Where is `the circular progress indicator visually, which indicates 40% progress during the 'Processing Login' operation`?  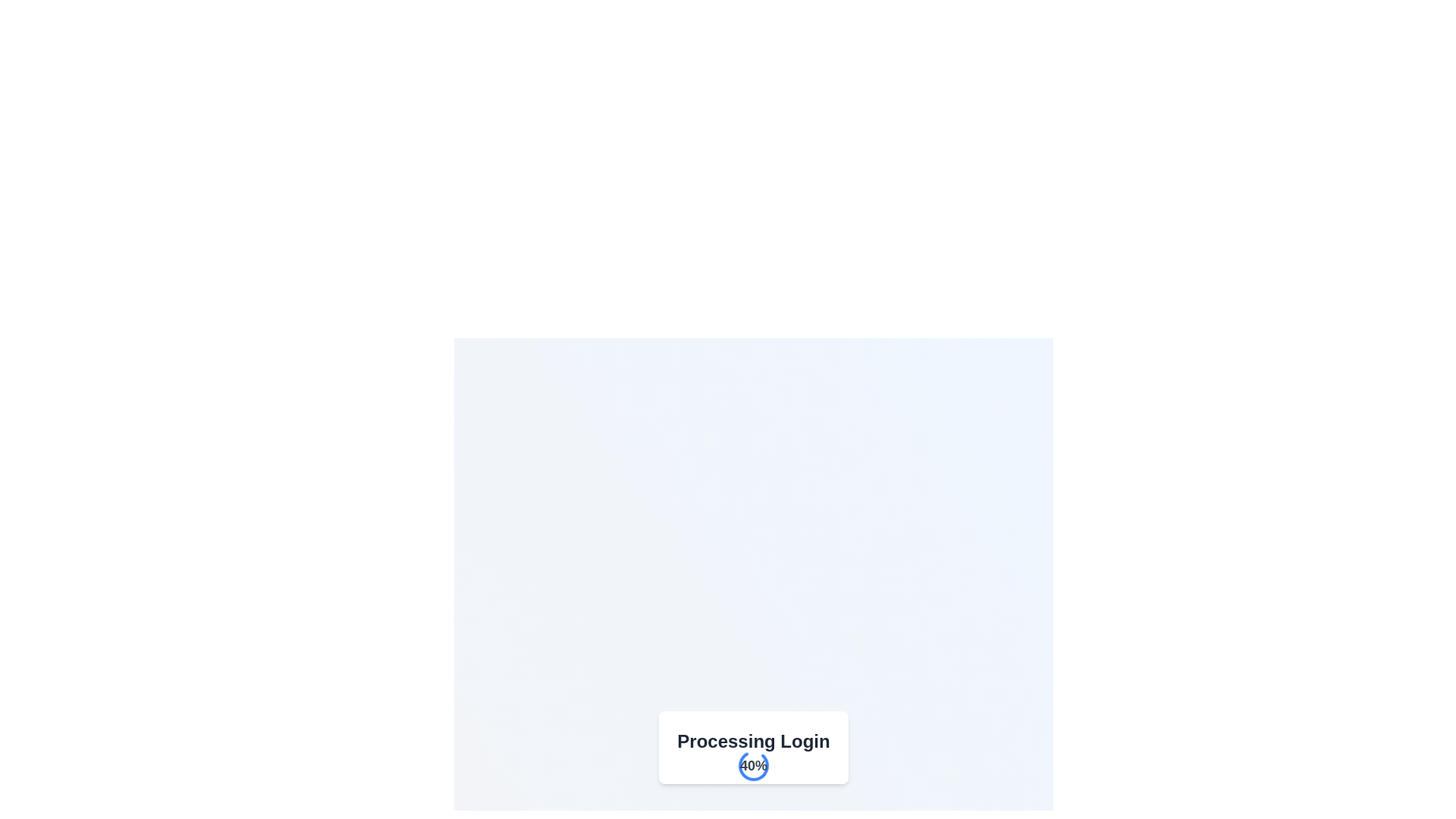 the circular progress indicator visually, which indicates 40% progress during the 'Processing Login' operation is located at coordinates (753, 766).